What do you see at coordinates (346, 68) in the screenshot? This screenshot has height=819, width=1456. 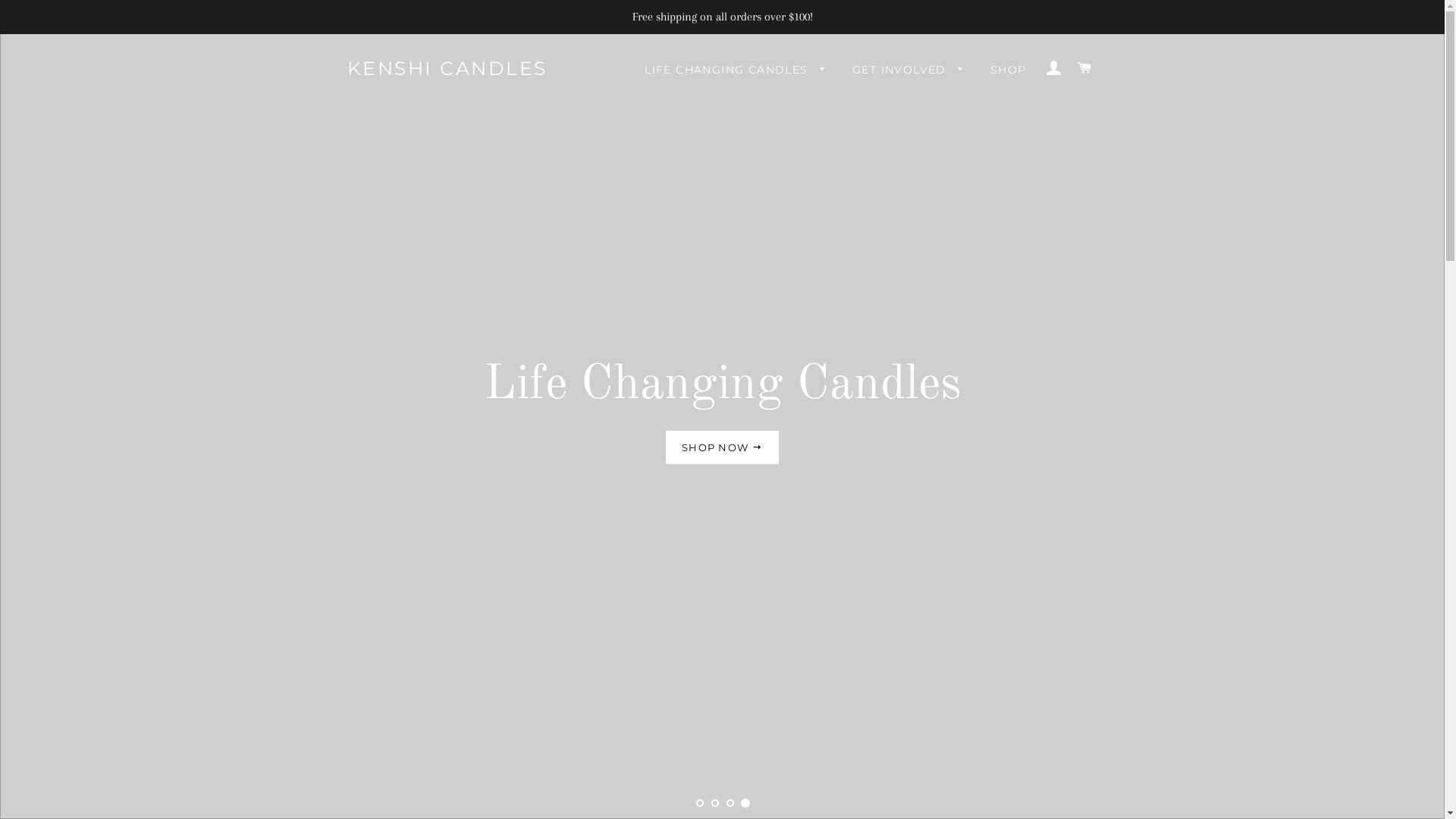 I see `'KENSHI CANDLES'` at bounding box center [346, 68].